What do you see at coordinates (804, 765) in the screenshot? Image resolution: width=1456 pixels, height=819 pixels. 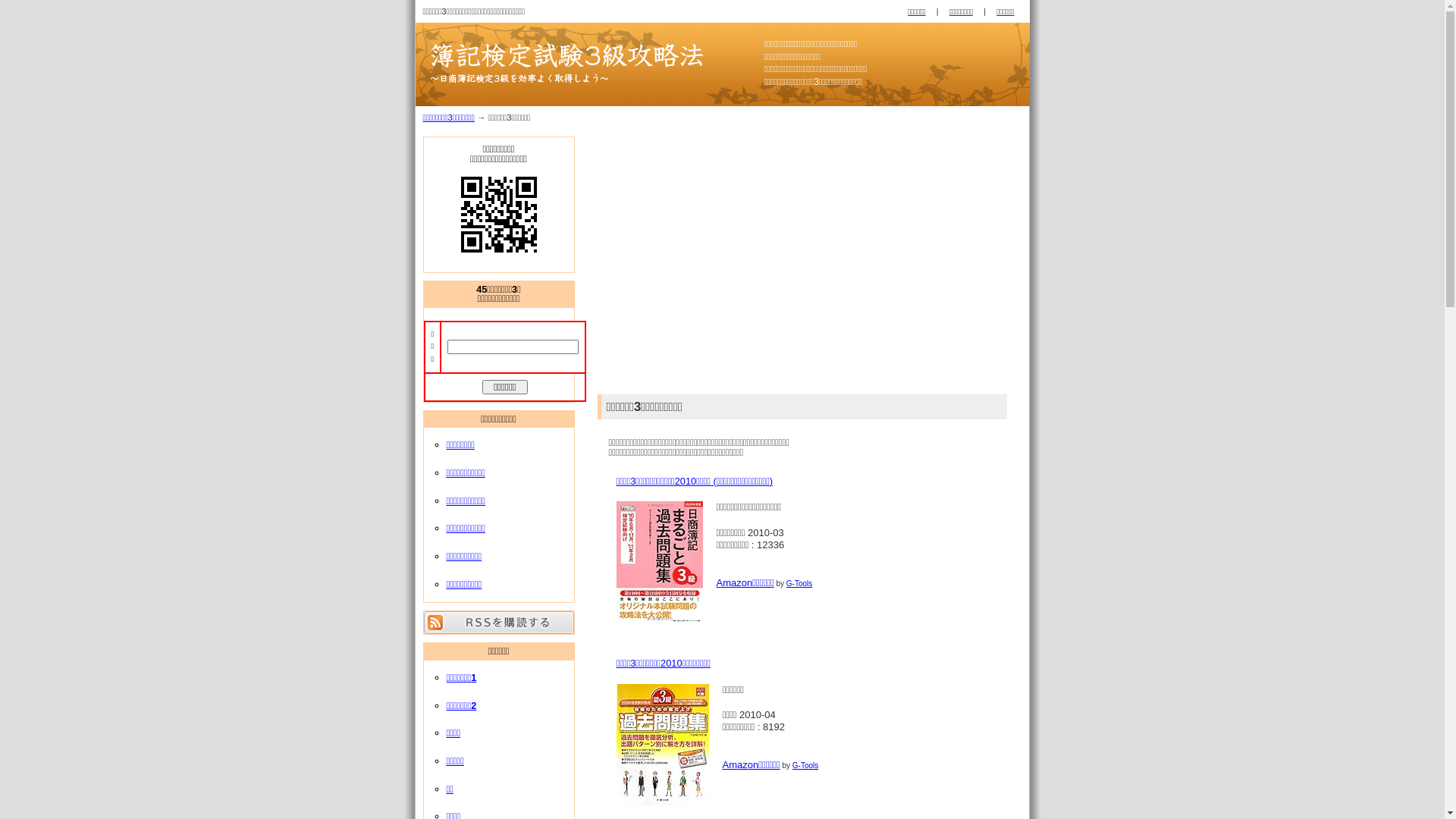 I see `'G-Tools'` at bounding box center [804, 765].